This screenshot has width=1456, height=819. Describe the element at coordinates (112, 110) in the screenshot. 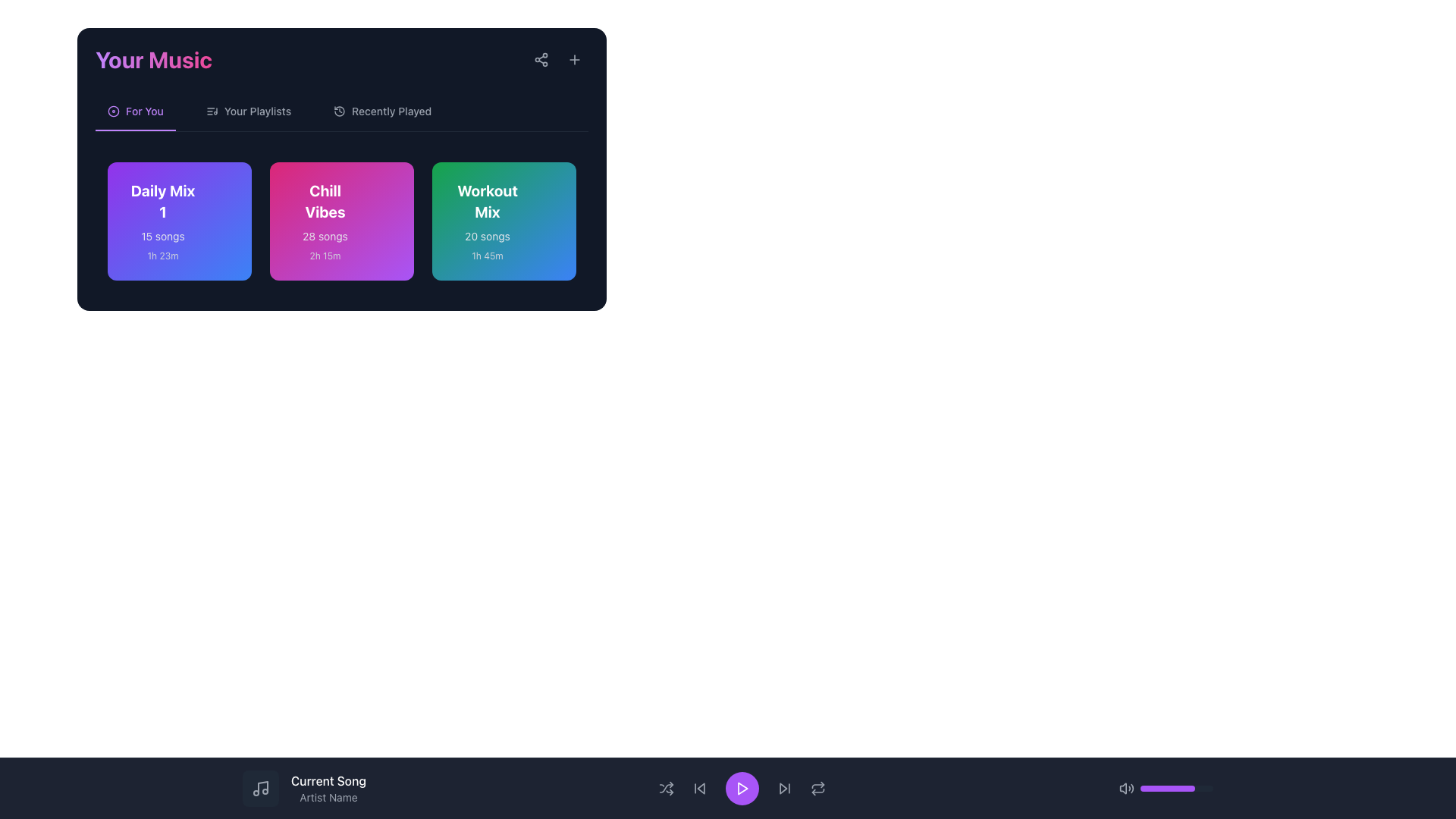

I see `the decorative circular SVG element adjacent to the 'For You' text in the navigation bar` at that location.